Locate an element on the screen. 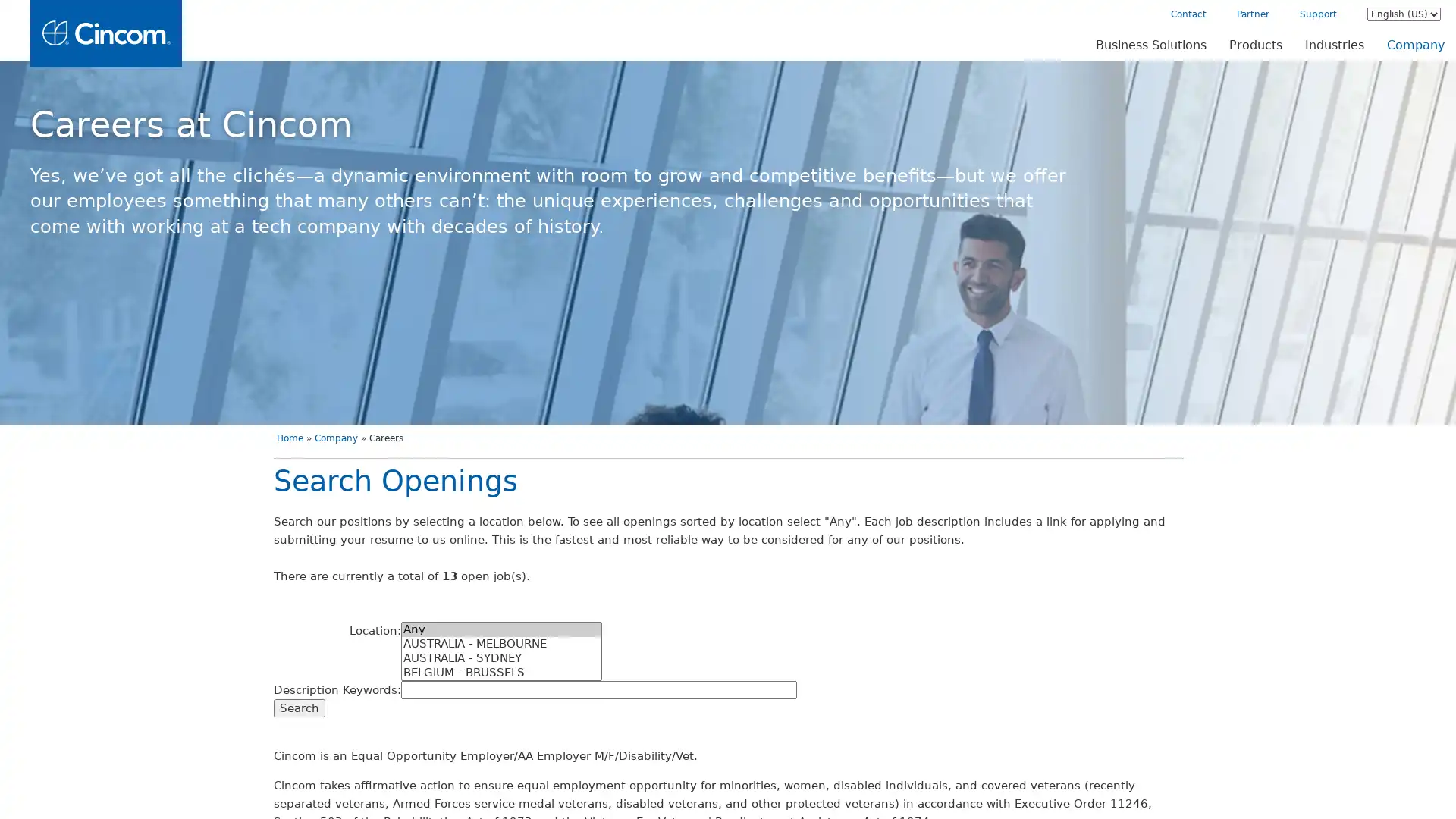 The width and height of the screenshot is (1456, 819). Search is located at coordinates (298, 708).